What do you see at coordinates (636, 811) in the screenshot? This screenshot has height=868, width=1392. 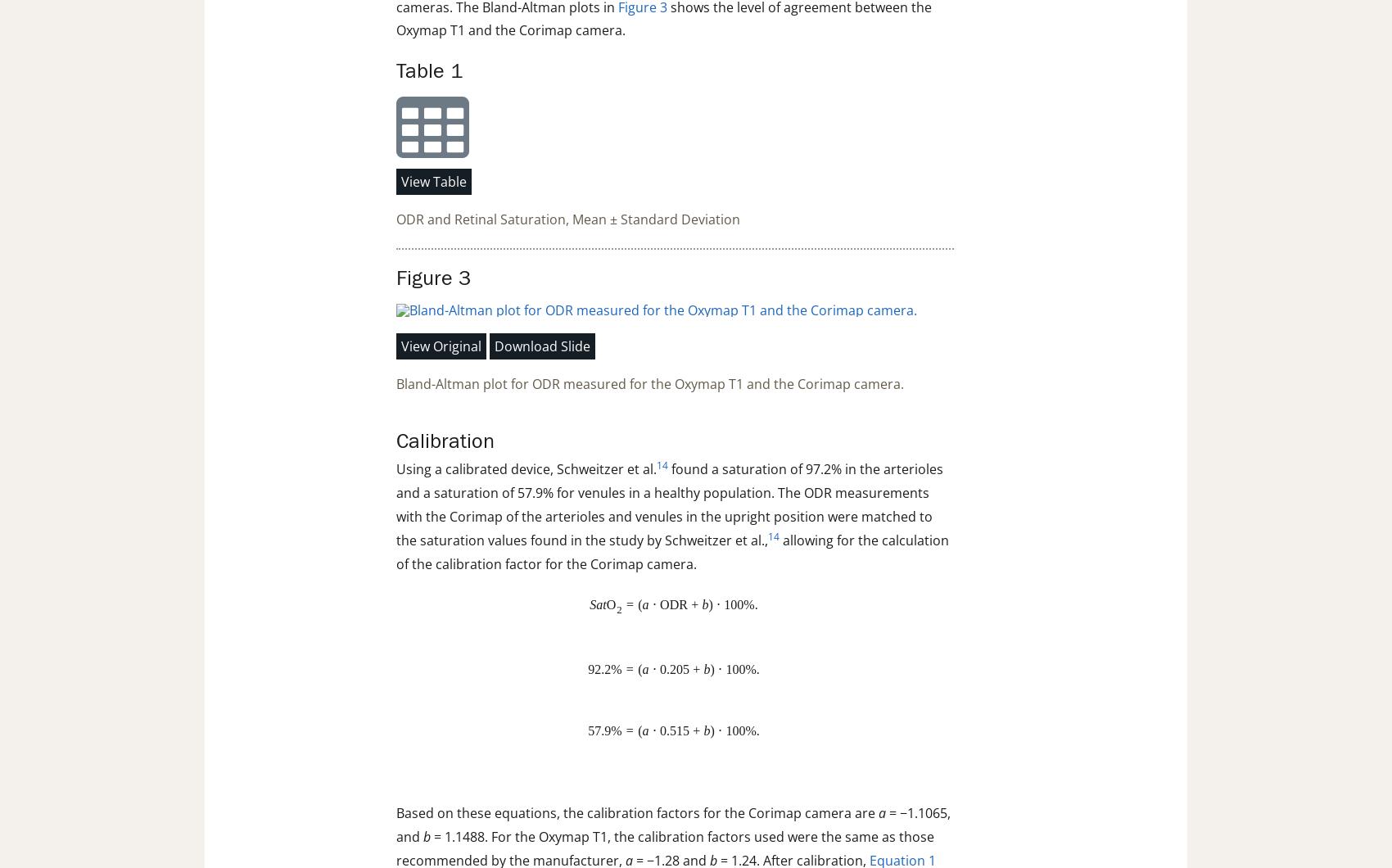 I see `'Based on these equations, the calibration factors for the Corimap camera are'` at bounding box center [636, 811].